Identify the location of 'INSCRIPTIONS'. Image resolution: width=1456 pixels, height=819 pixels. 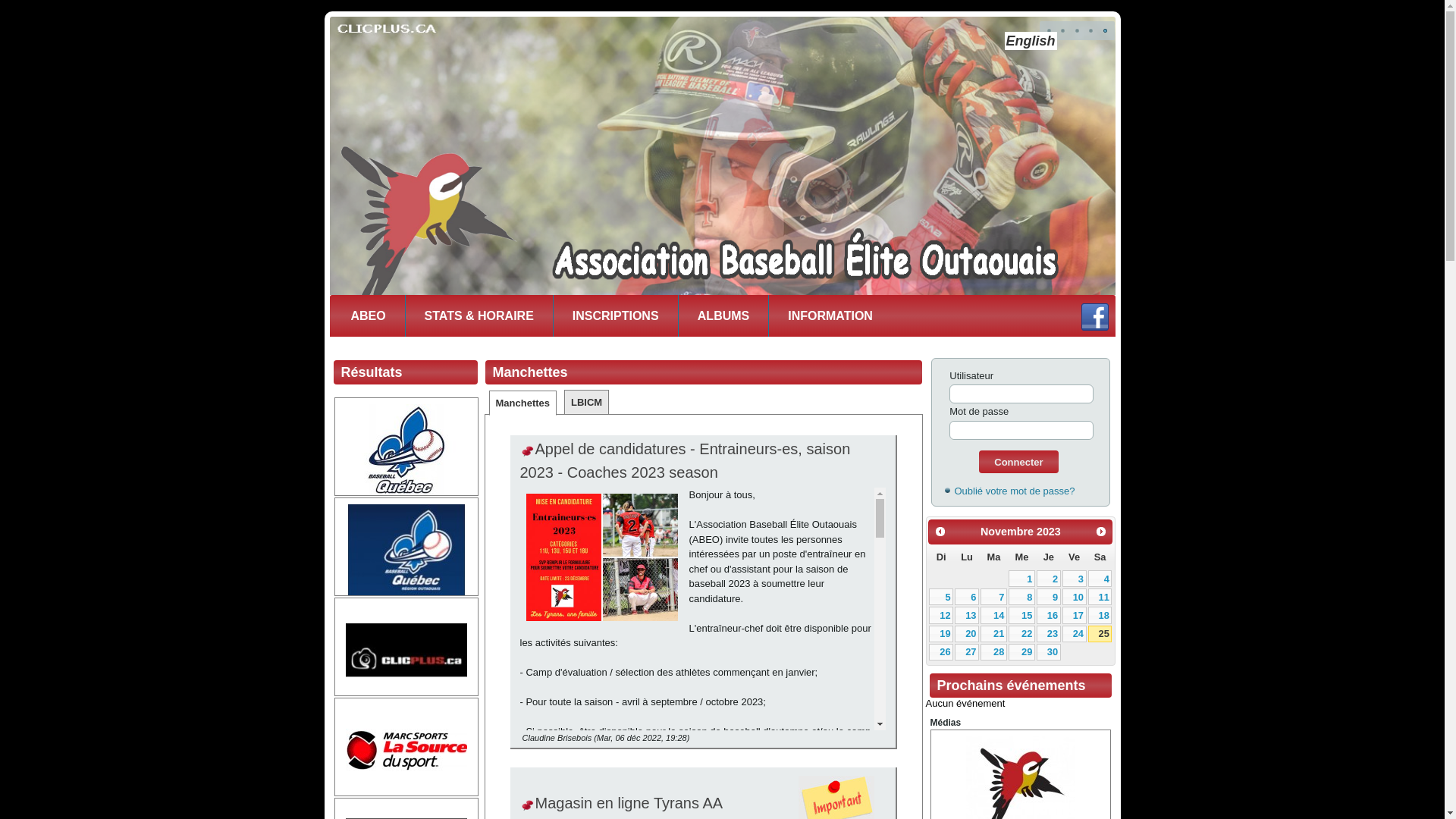
(552, 315).